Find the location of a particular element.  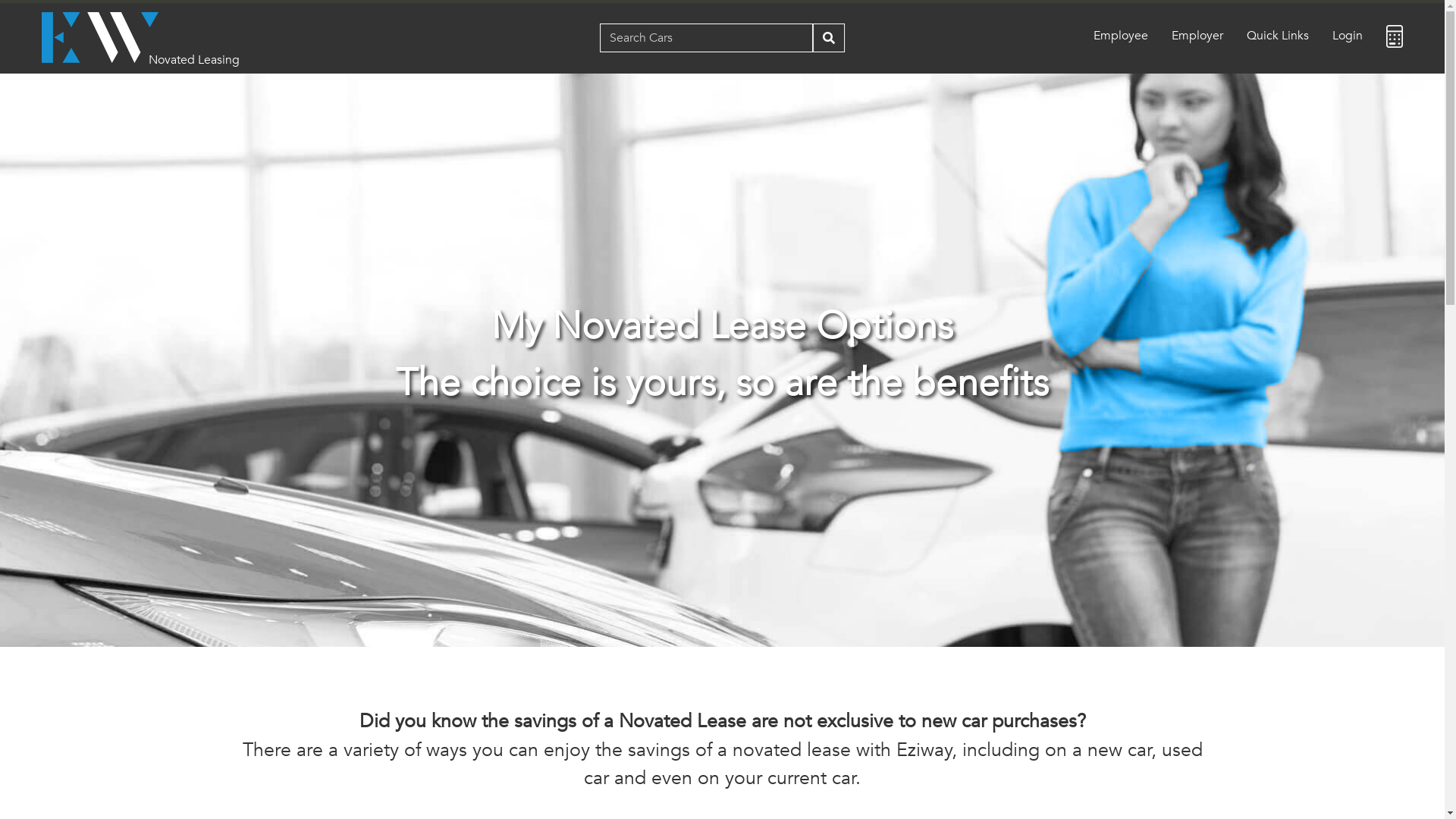

'Quick Links' is located at coordinates (1276, 34).